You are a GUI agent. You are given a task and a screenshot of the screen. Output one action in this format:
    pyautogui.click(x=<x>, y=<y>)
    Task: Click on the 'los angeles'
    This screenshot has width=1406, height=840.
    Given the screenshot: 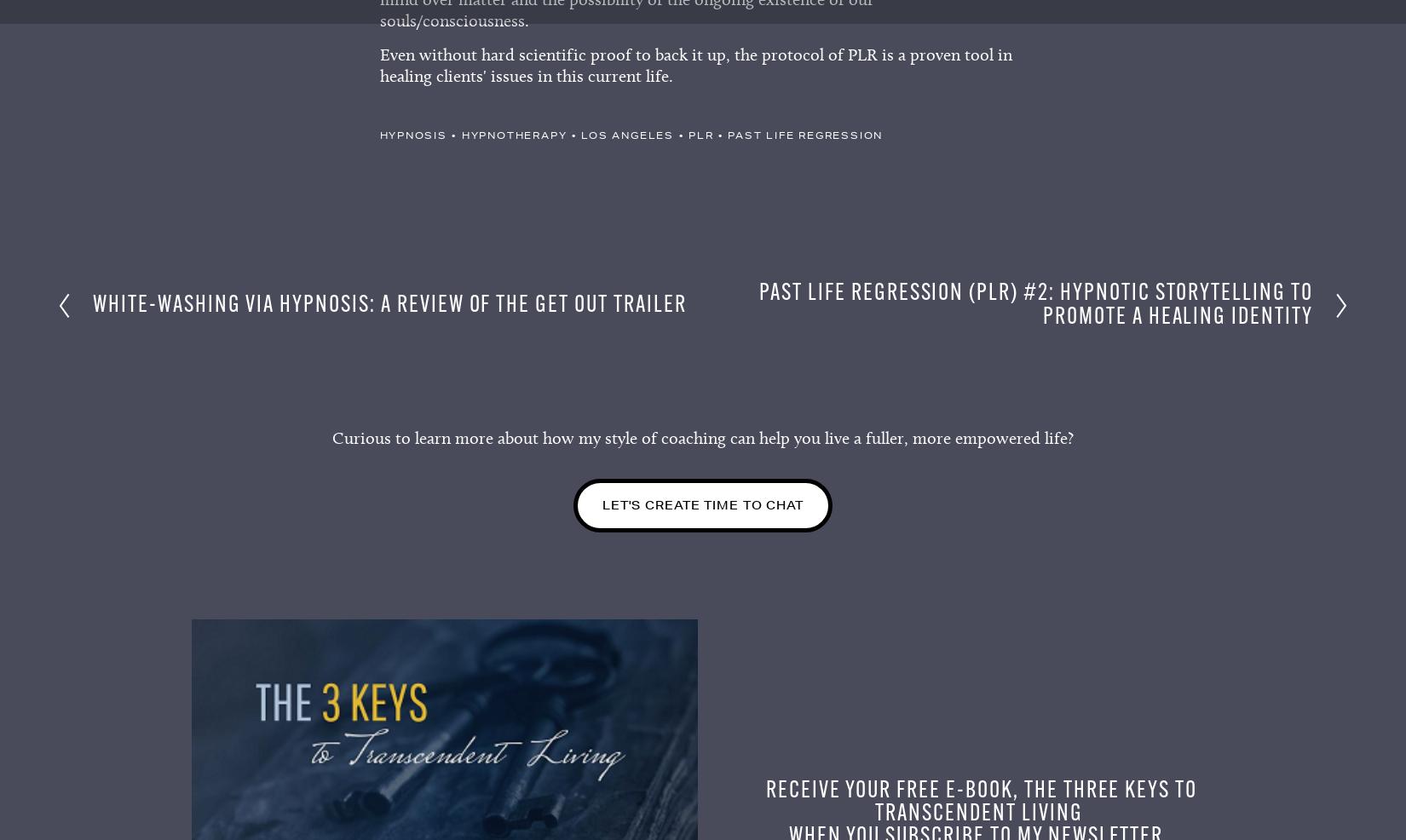 What is the action you would take?
    pyautogui.click(x=626, y=140)
    